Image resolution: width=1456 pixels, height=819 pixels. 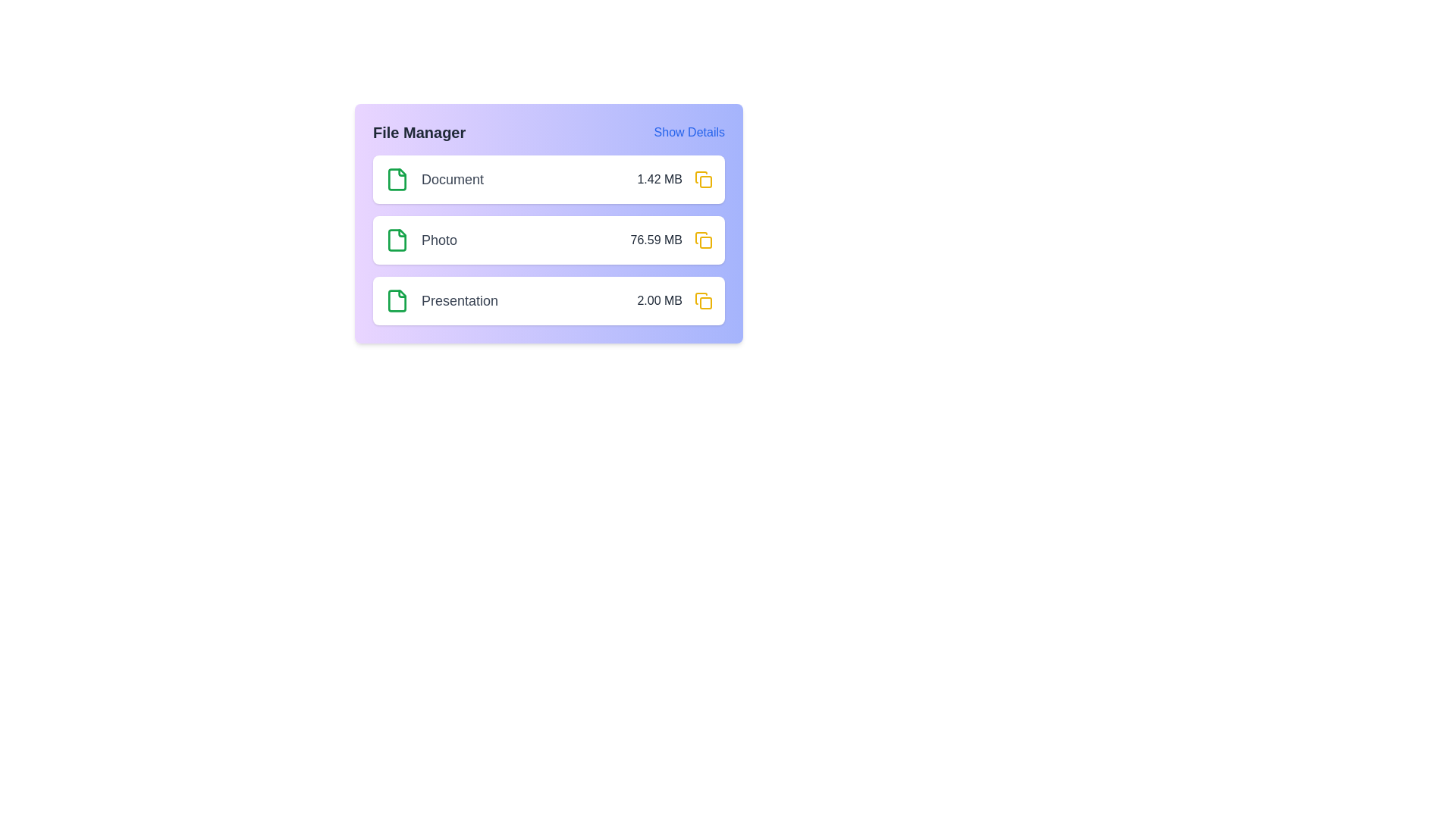 I want to click on the 'Presentation' file icon located in the third row of the 'File Manager' section, so click(x=397, y=301).